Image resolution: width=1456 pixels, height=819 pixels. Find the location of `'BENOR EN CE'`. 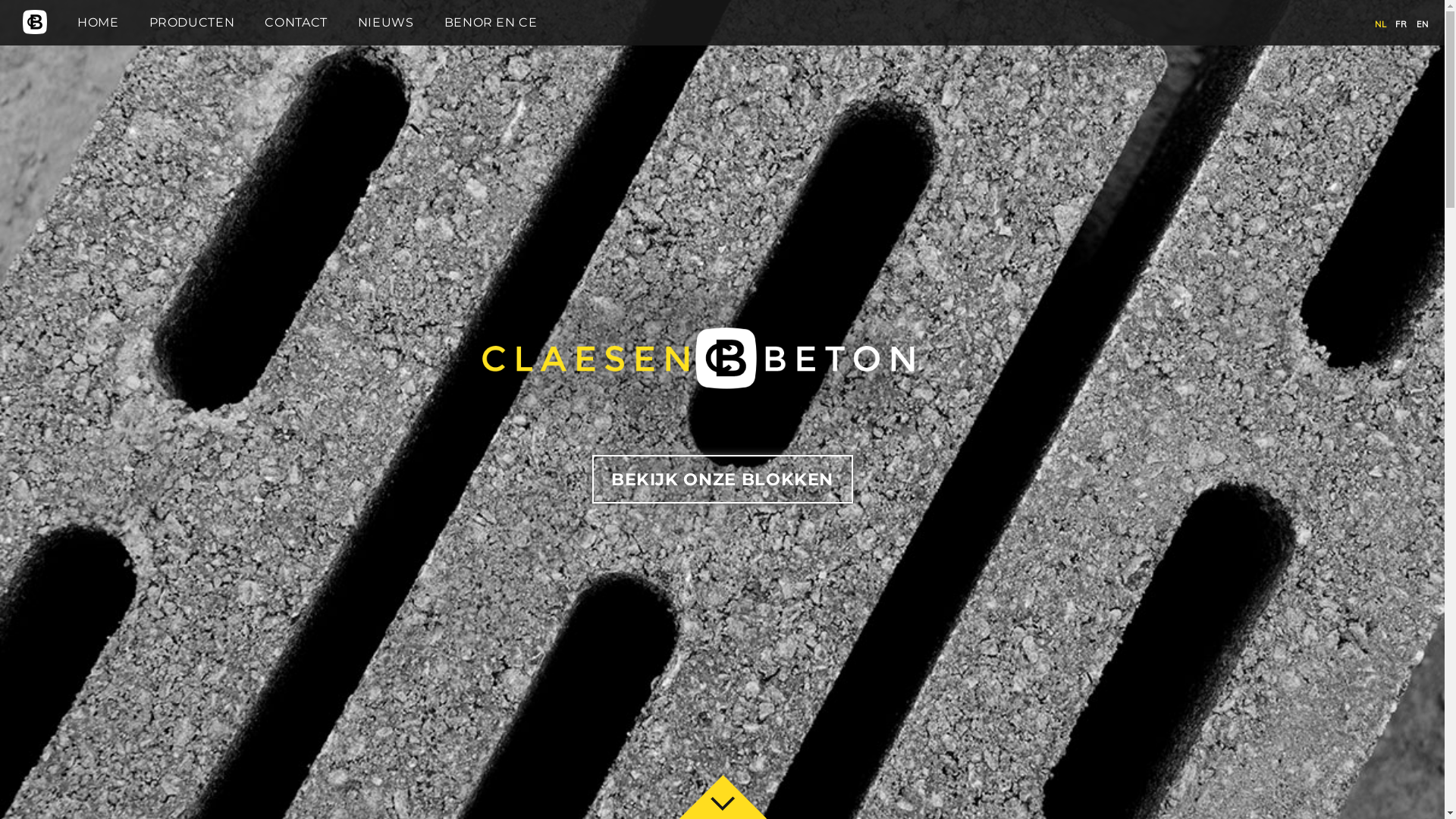

'BENOR EN CE' is located at coordinates (491, 22).